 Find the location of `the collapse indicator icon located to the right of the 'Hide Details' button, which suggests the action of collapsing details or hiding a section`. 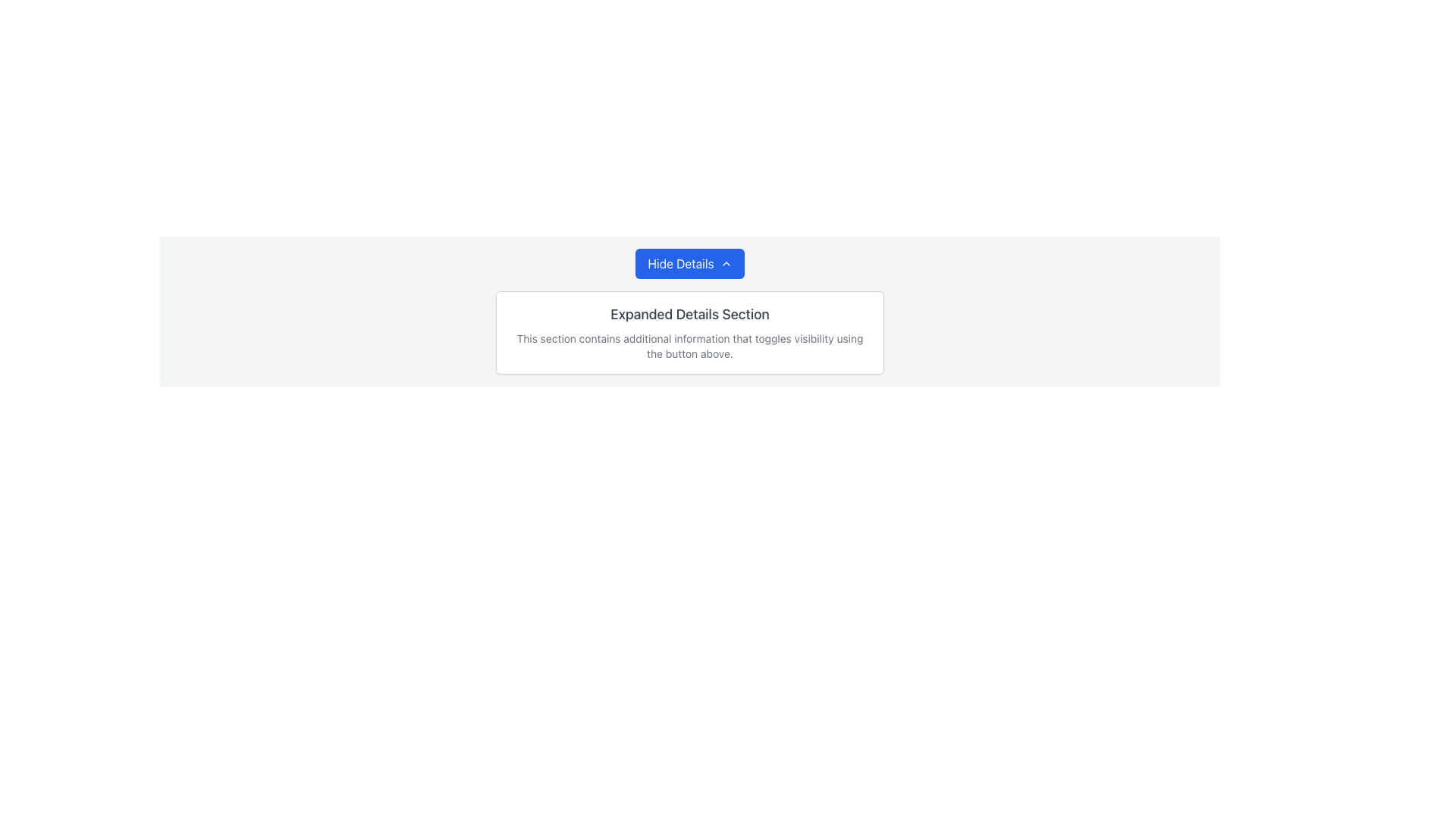

the collapse indicator icon located to the right of the 'Hide Details' button, which suggests the action of collapsing details or hiding a section is located at coordinates (725, 262).